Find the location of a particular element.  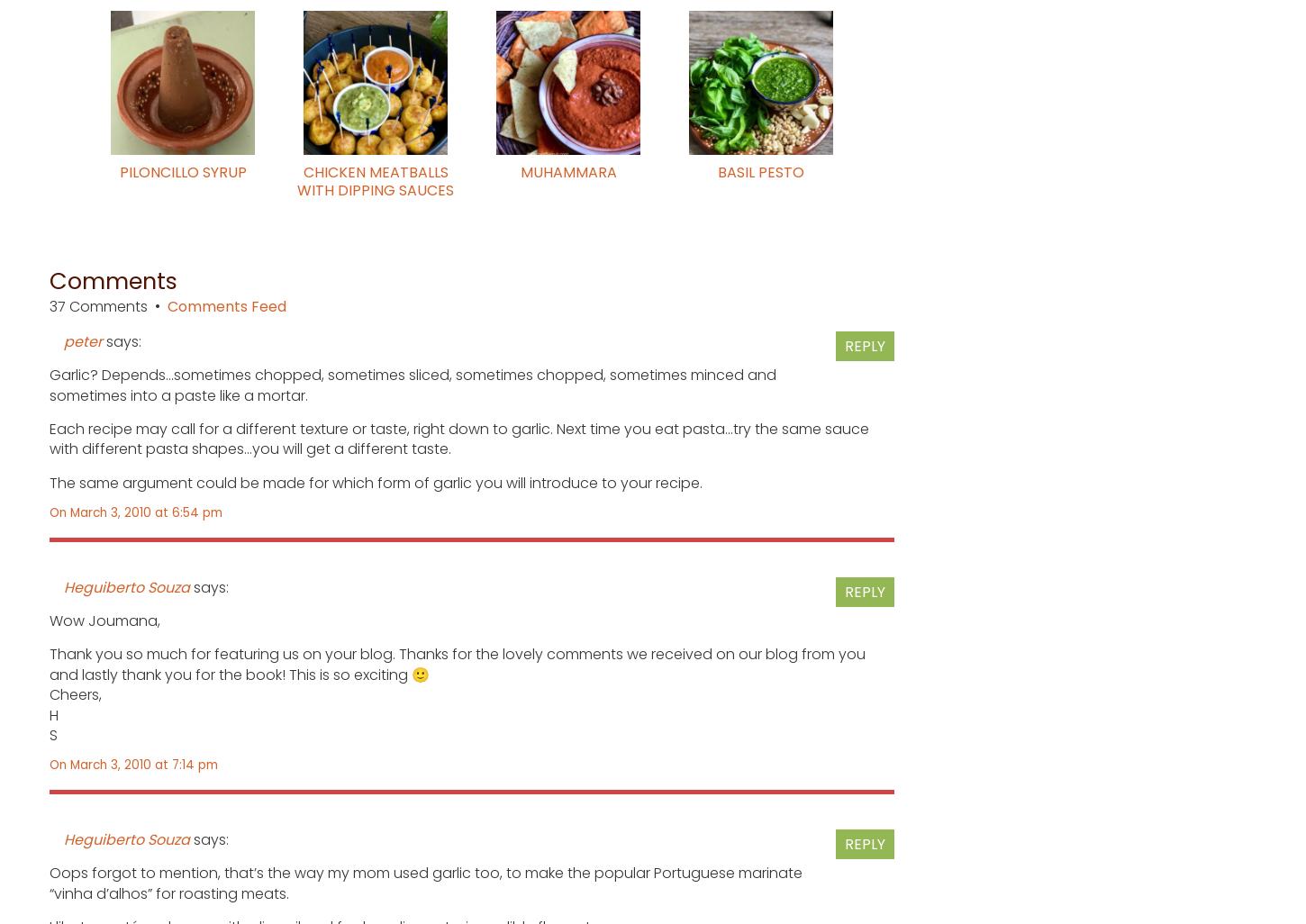

'Muhammara' is located at coordinates (567, 171).